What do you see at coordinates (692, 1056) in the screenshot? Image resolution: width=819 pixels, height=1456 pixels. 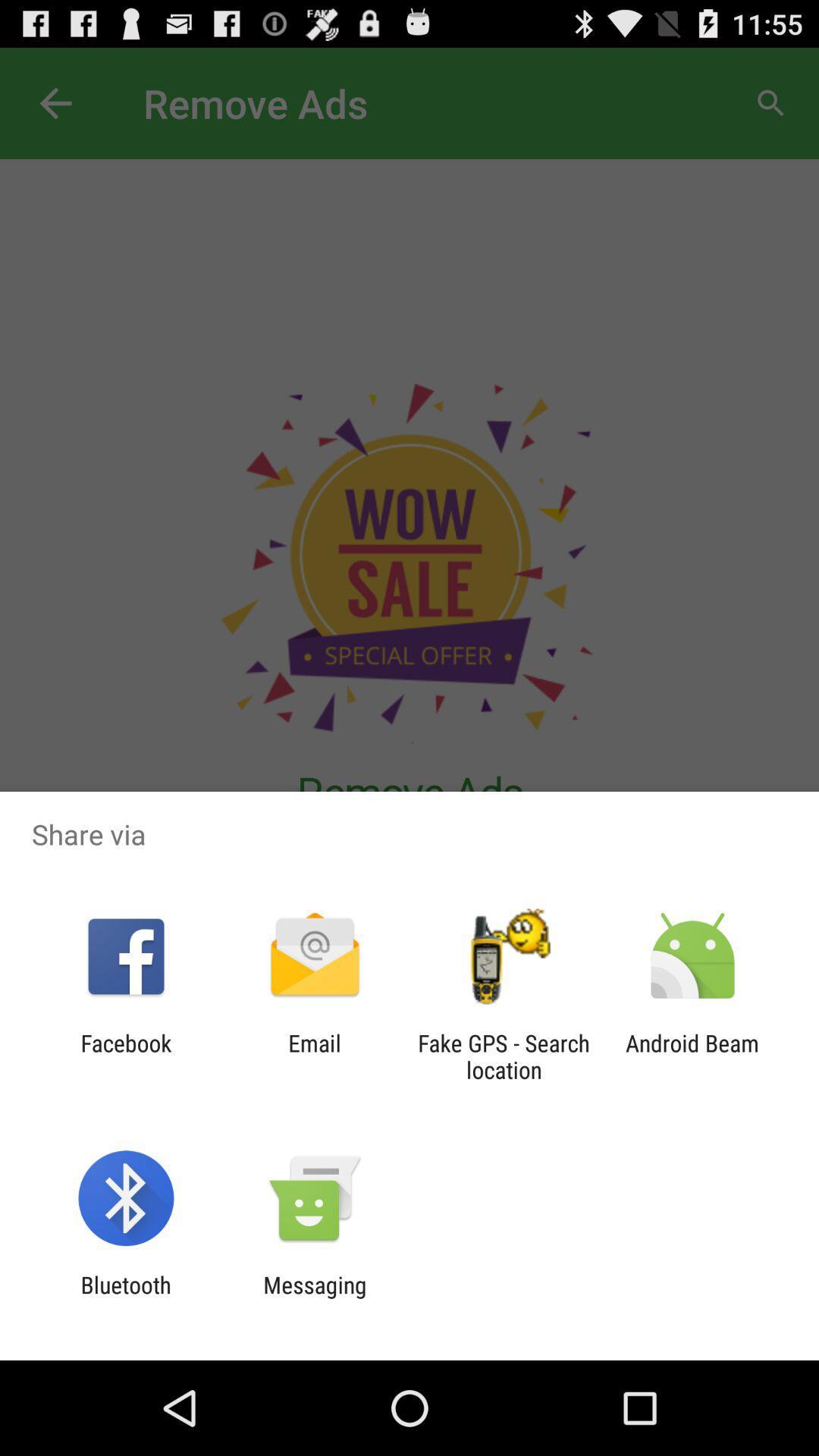 I see `the android beam` at bounding box center [692, 1056].